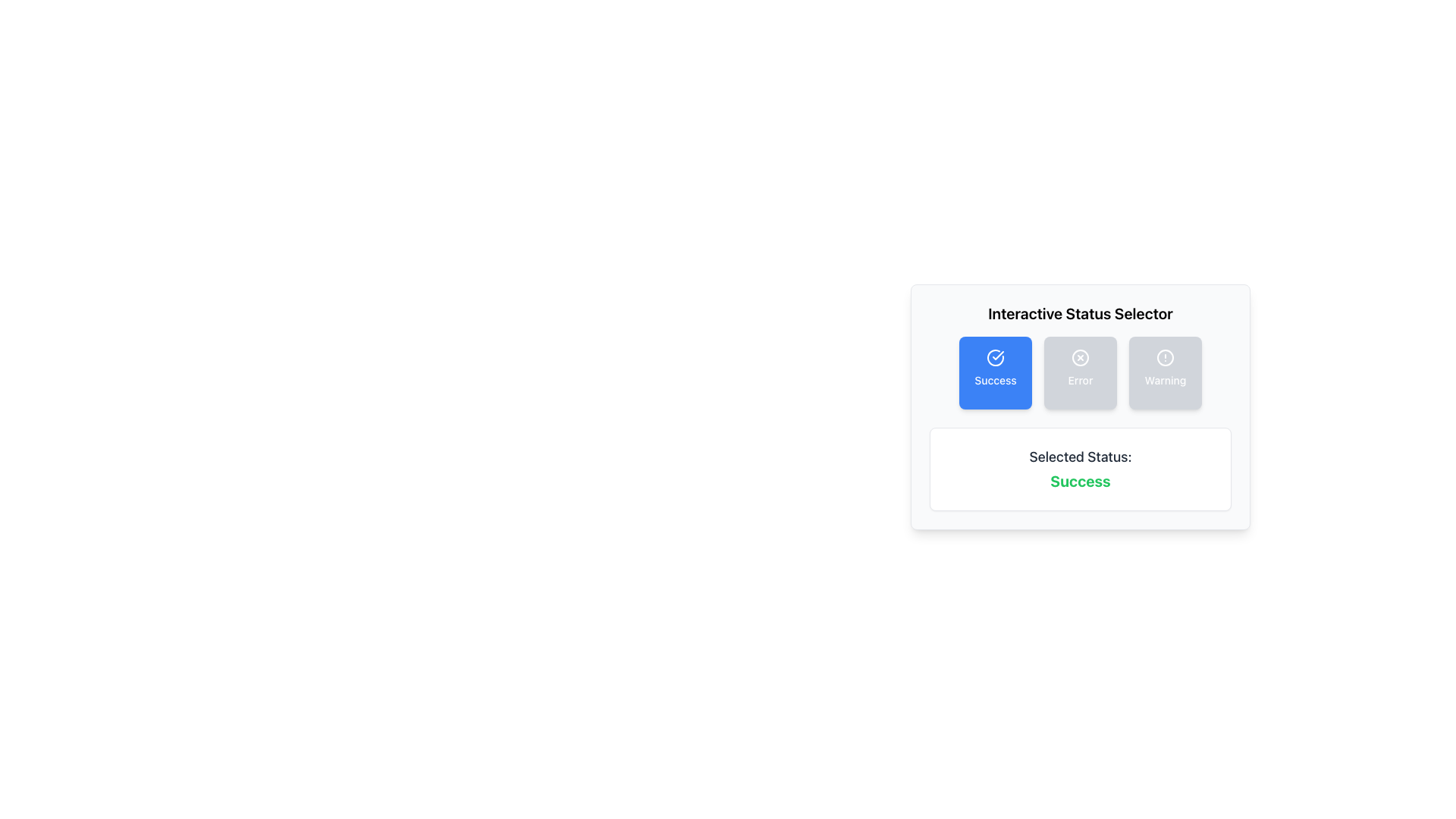  What do you see at coordinates (998, 356) in the screenshot?
I see `the inner checkmark of the success status icon, which is the leftmost icon in the status selection component` at bounding box center [998, 356].